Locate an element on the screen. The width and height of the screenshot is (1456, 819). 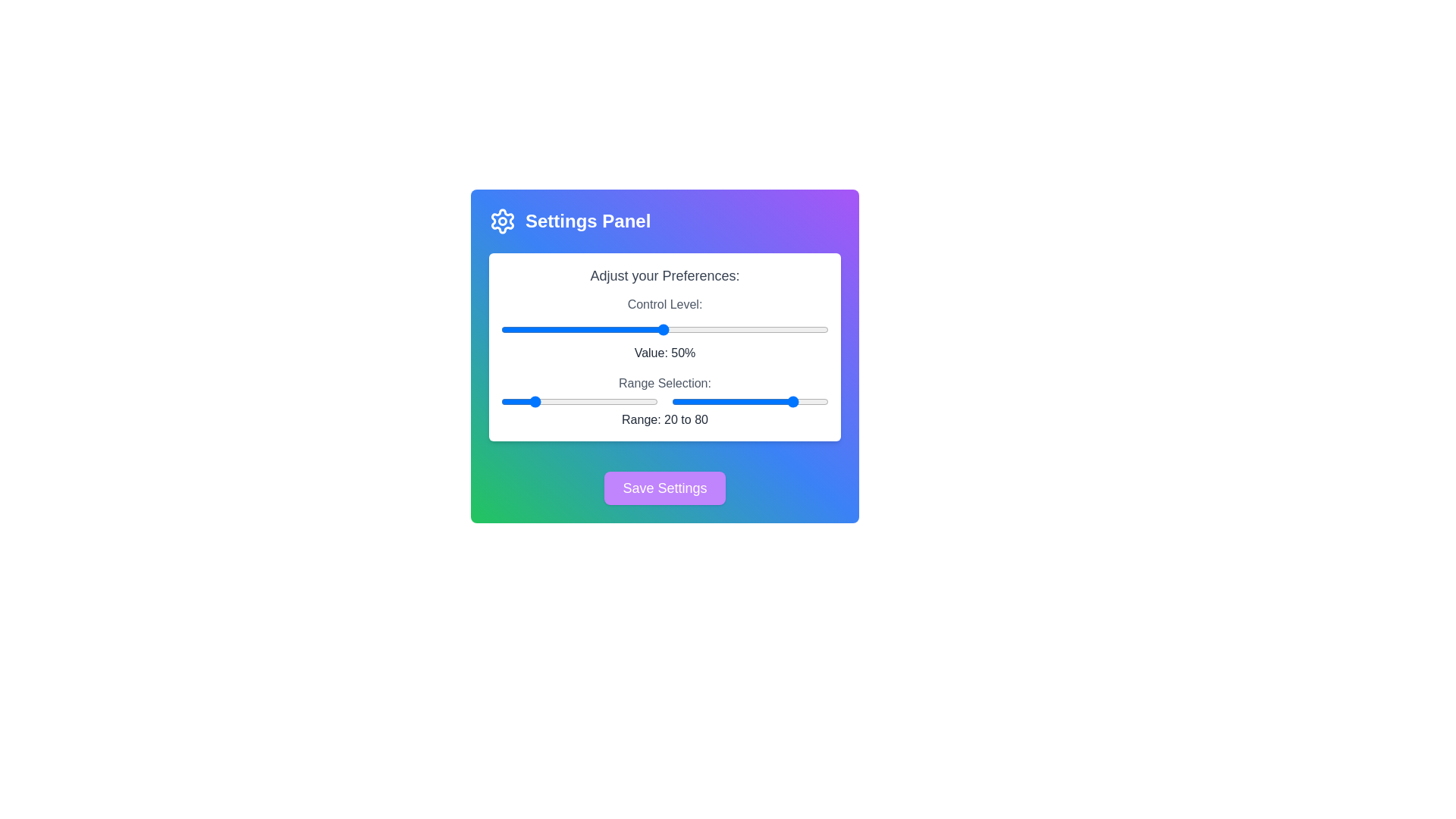
the control level is located at coordinates (538, 329).